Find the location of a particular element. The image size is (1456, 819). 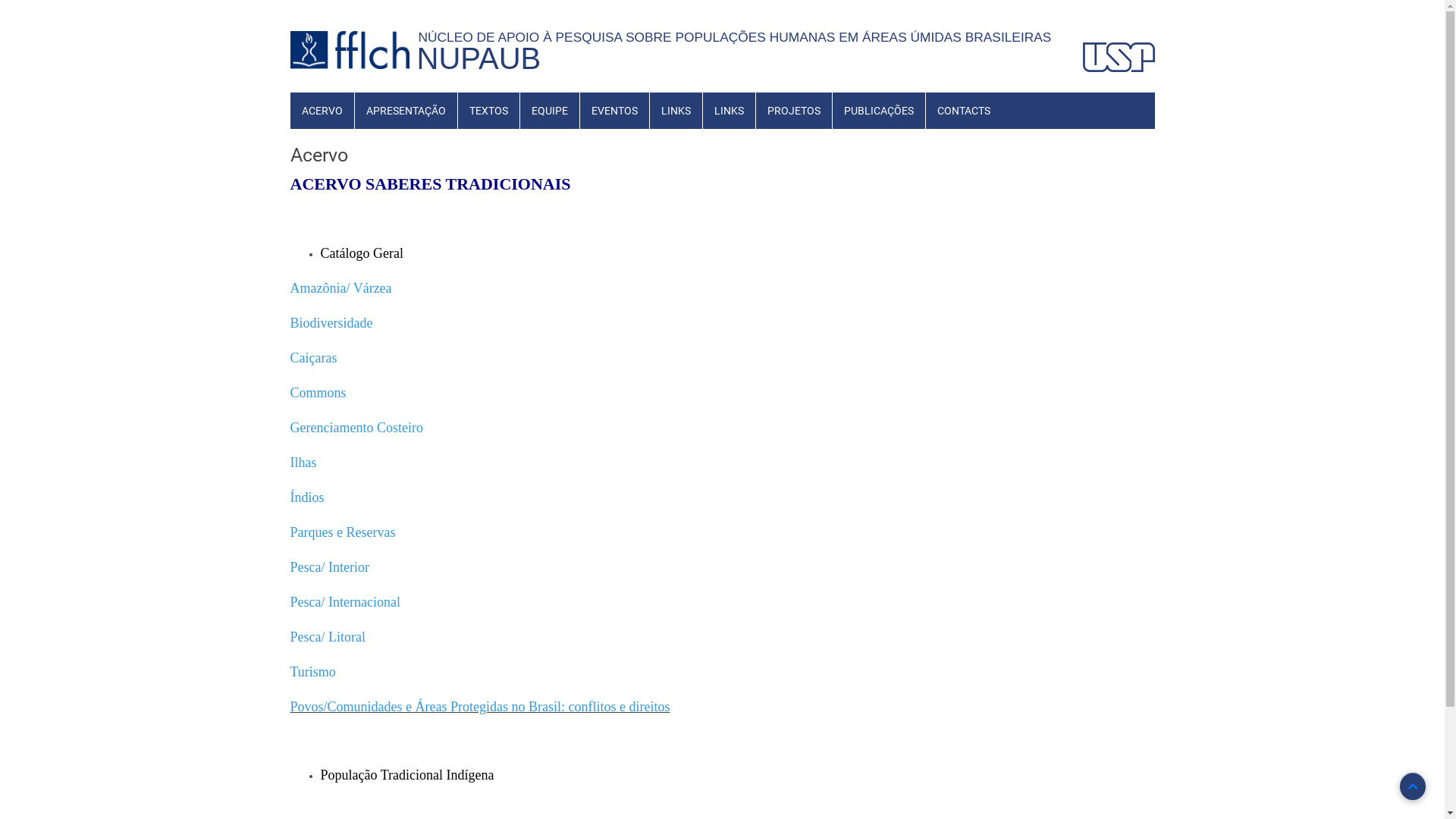

'Commons' is located at coordinates (316, 393).